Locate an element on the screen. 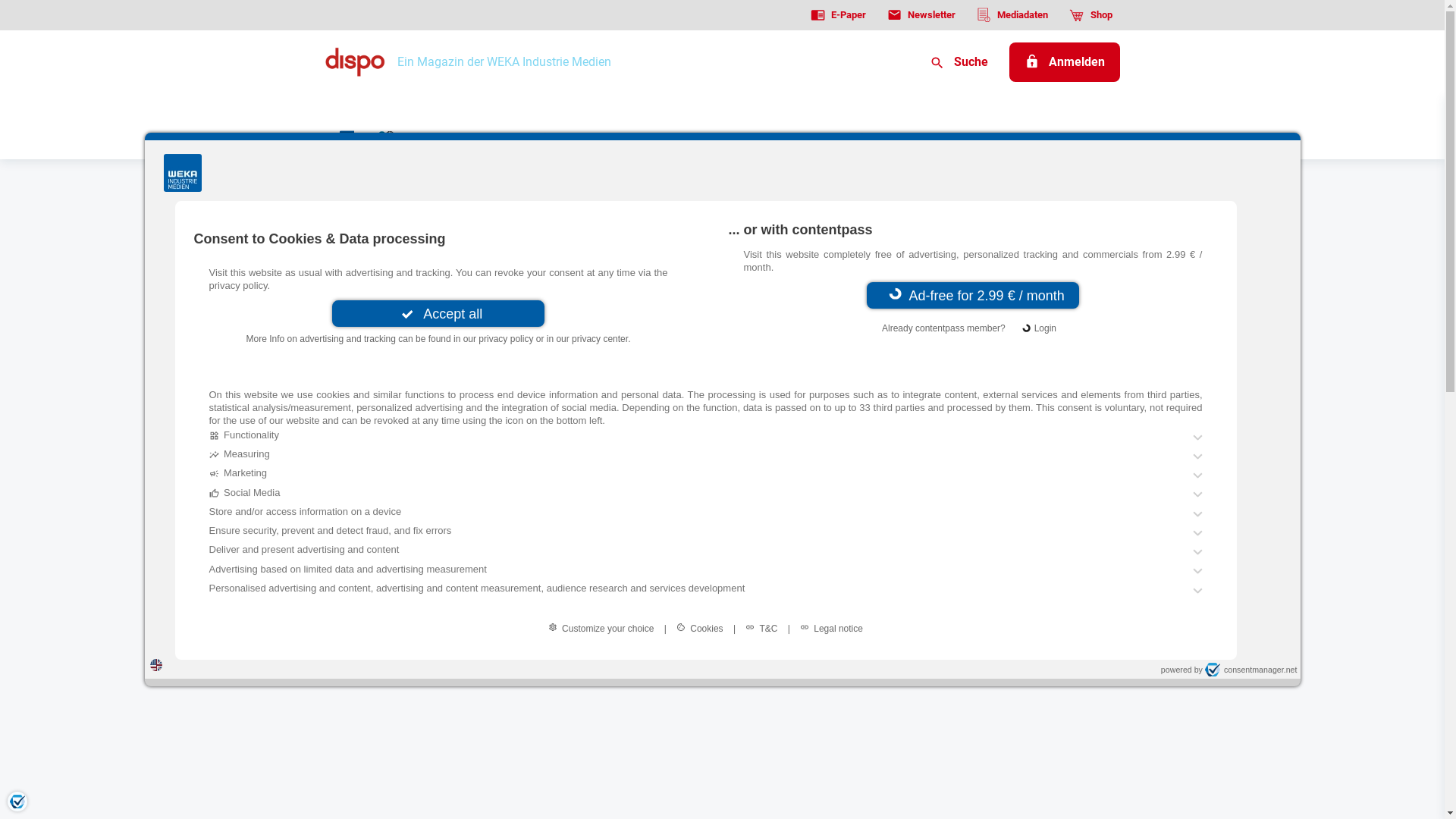  'Dispo logo' is located at coordinates (354, 61).